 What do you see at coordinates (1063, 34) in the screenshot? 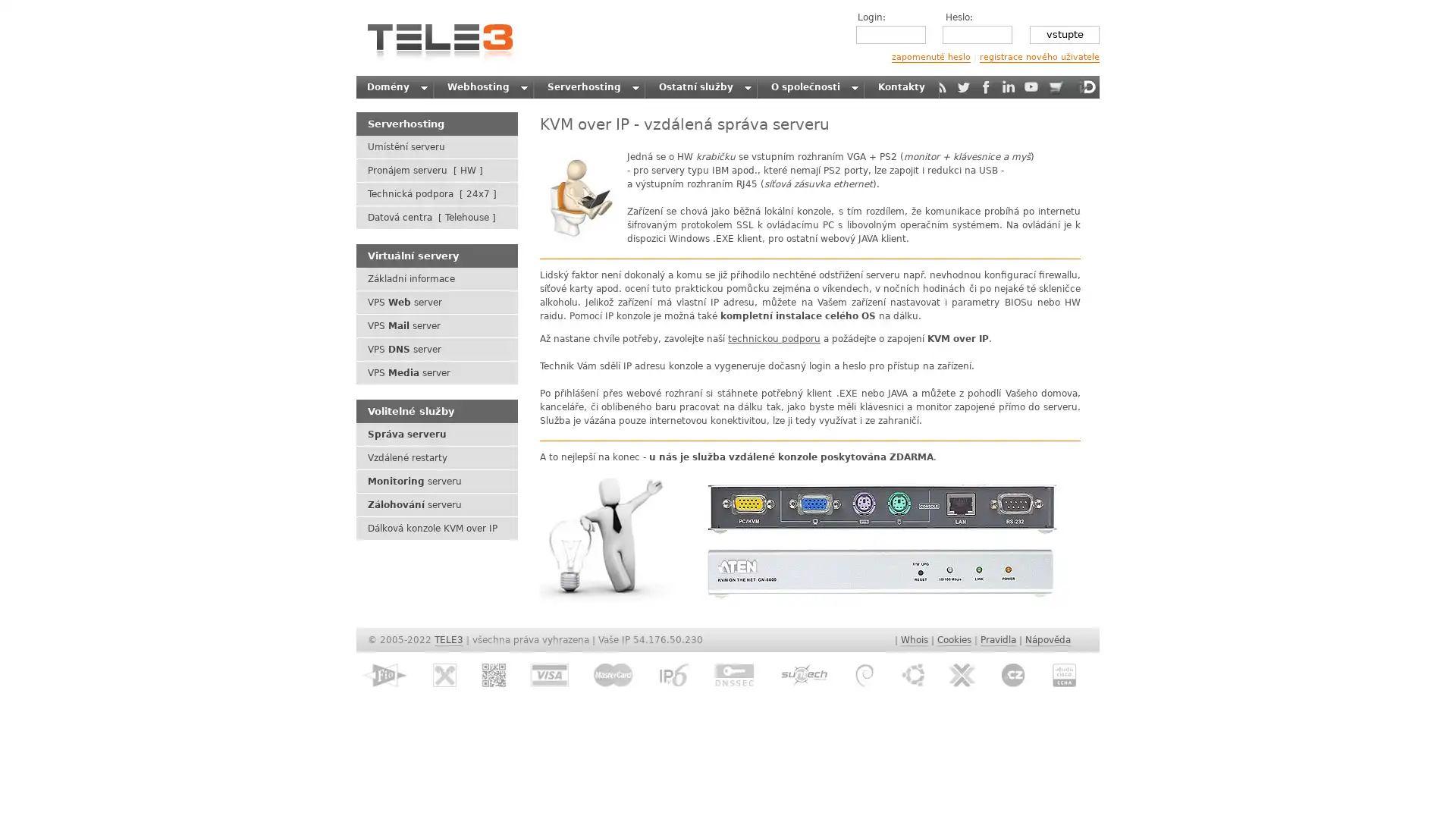
I see `vstupte` at bounding box center [1063, 34].